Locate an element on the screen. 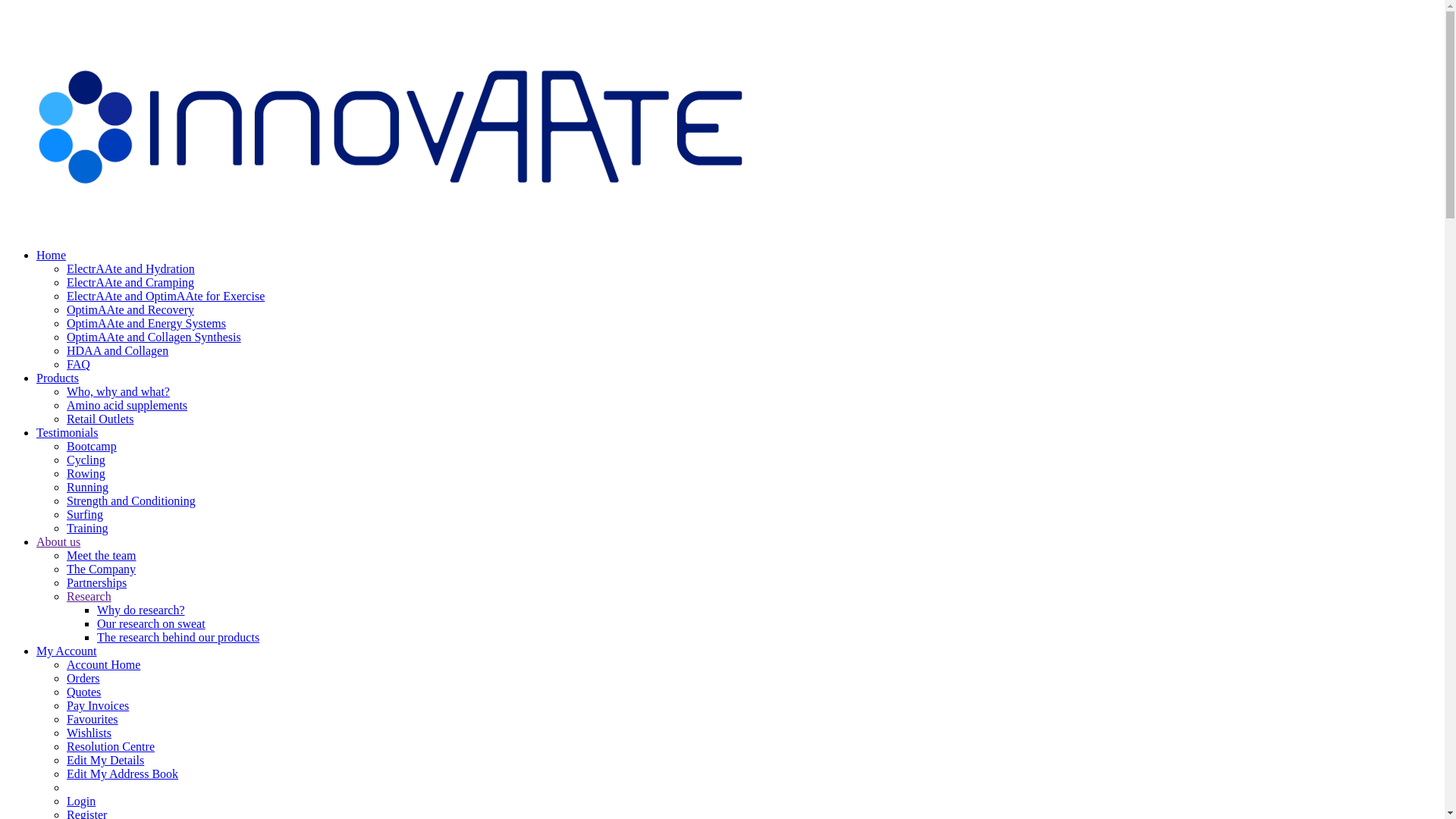  'Resolution Centre' is located at coordinates (109, 745).